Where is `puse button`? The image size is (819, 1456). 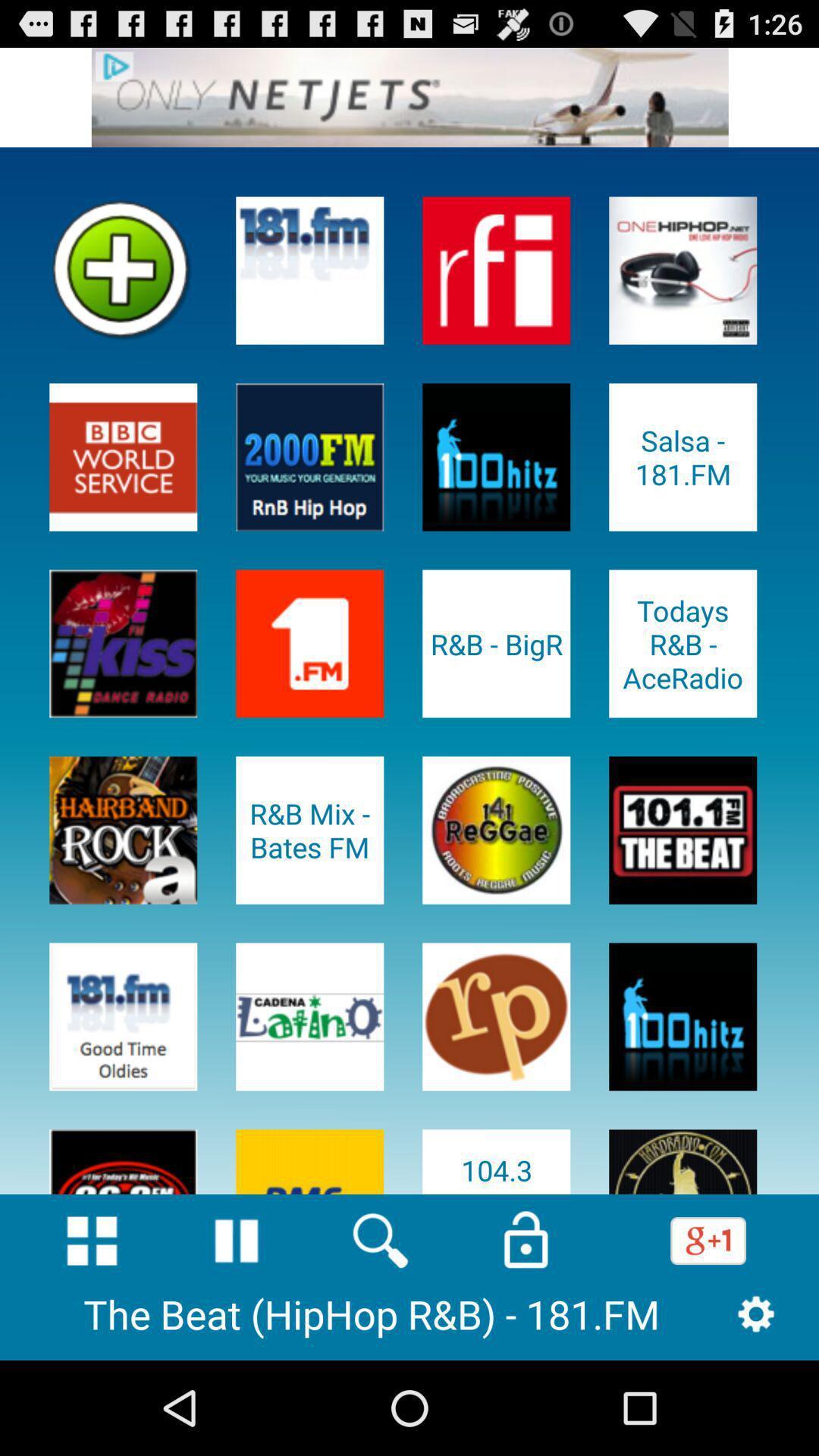
puse button is located at coordinates (237, 1241).